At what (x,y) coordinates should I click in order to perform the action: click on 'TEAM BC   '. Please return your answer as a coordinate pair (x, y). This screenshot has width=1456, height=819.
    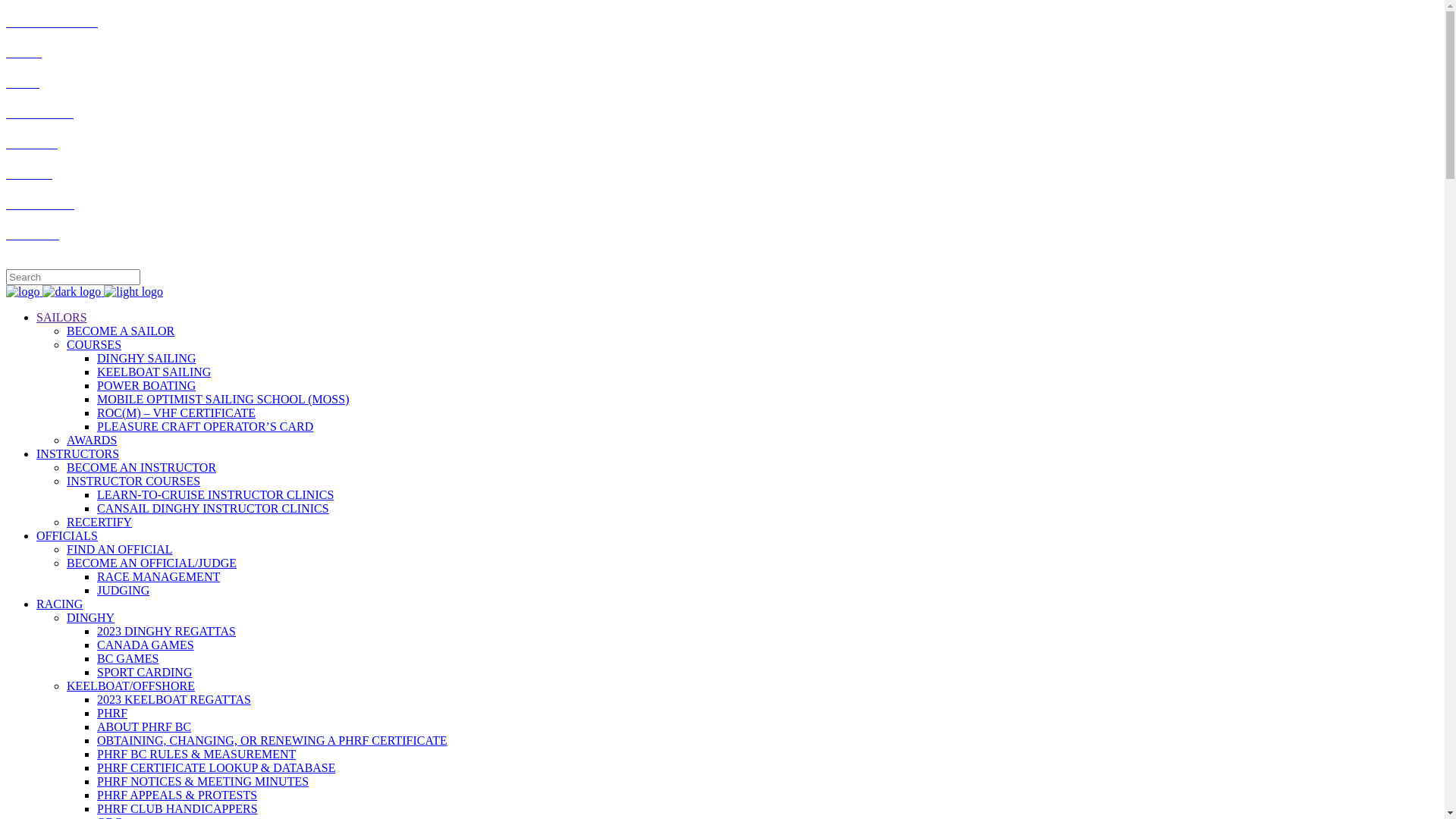
    Looking at the image, I should click on (32, 143).